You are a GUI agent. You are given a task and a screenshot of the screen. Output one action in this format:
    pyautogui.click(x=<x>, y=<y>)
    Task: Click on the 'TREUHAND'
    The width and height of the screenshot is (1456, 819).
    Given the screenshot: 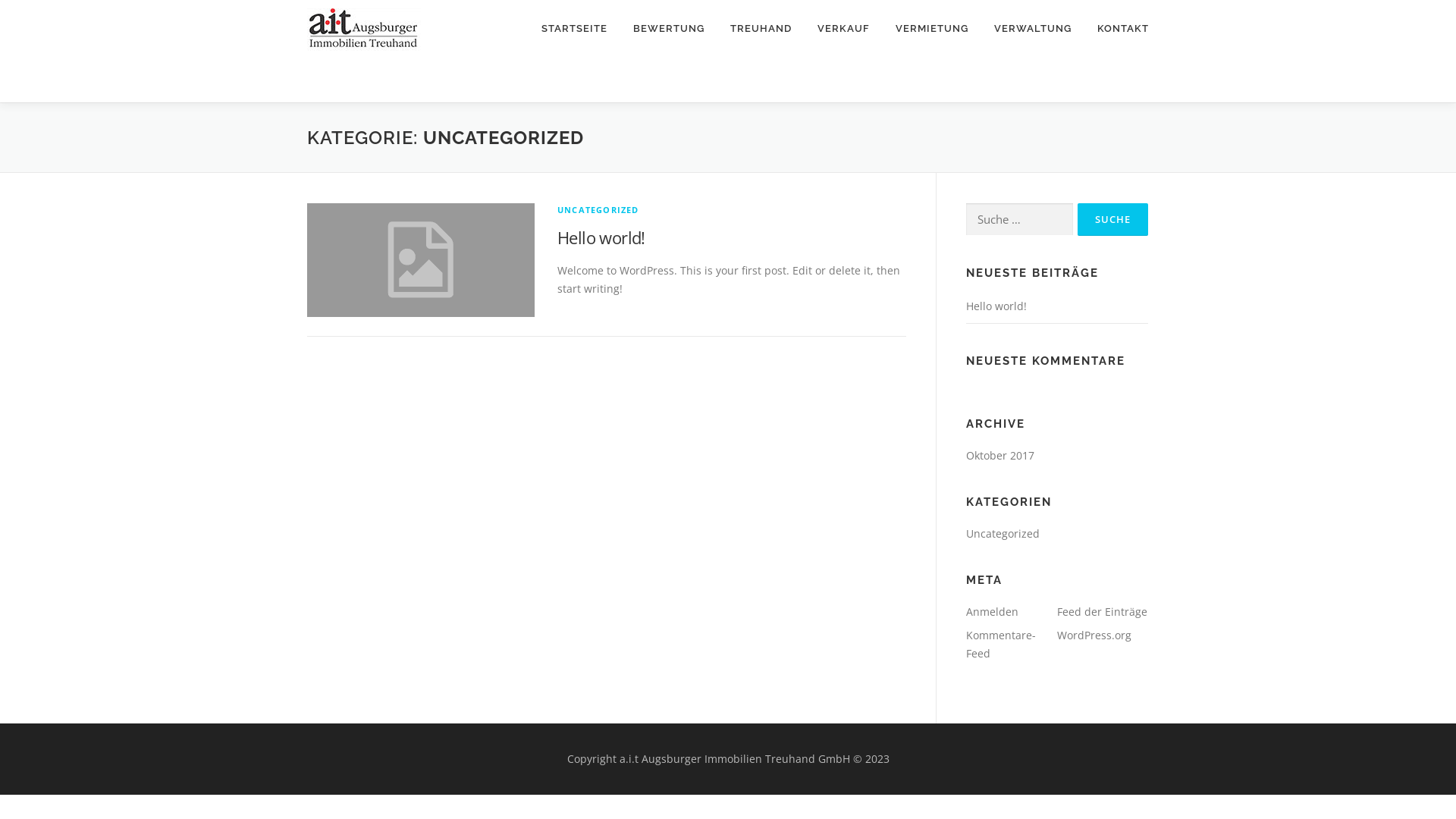 What is the action you would take?
    pyautogui.click(x=761, y=28)
    